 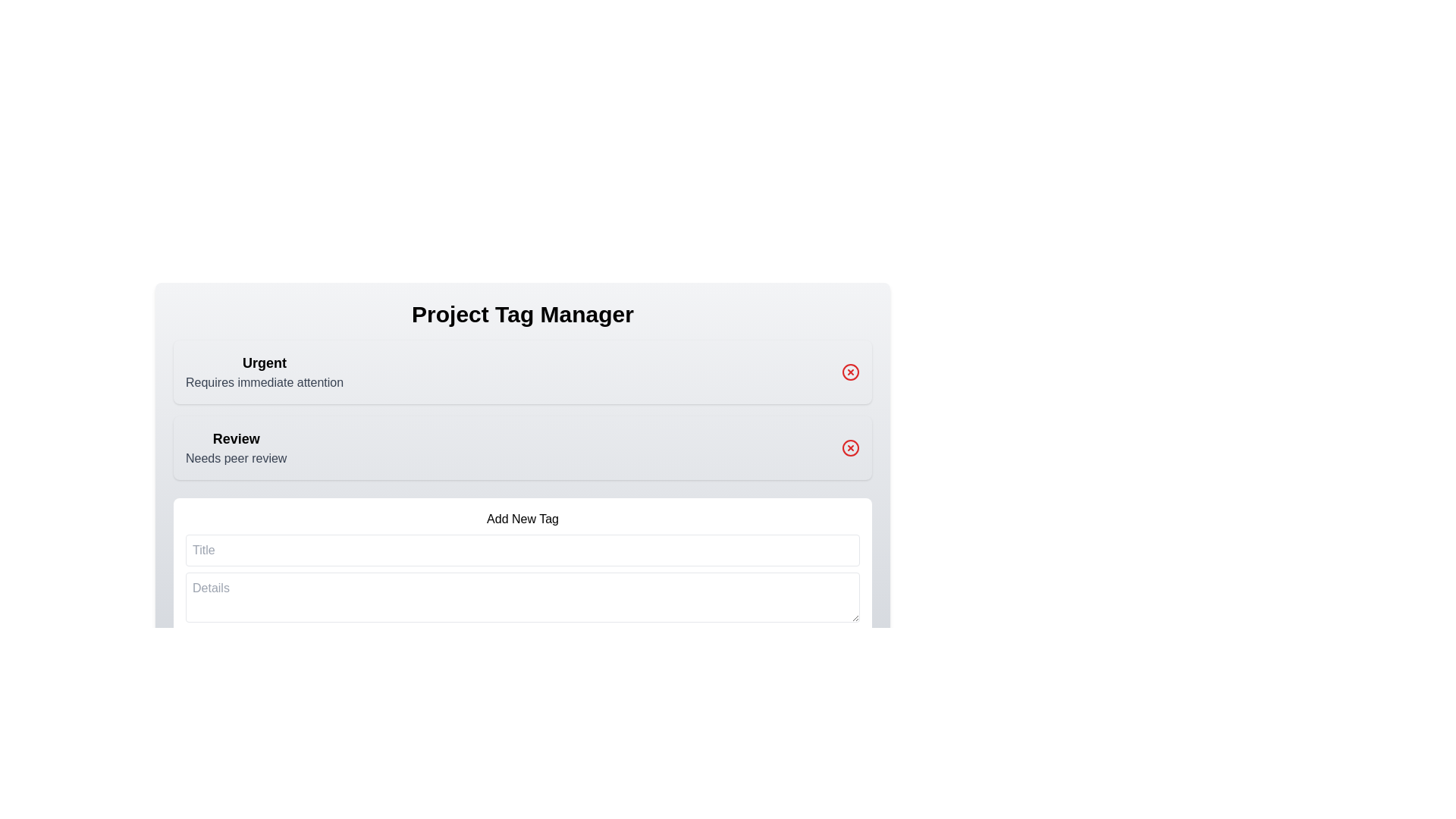 I want to click on the circular SVG graphical element styled with a border and no visible fill, located within the SVG structure below the 'Add New Tag' area, so click(x=206, y=654).